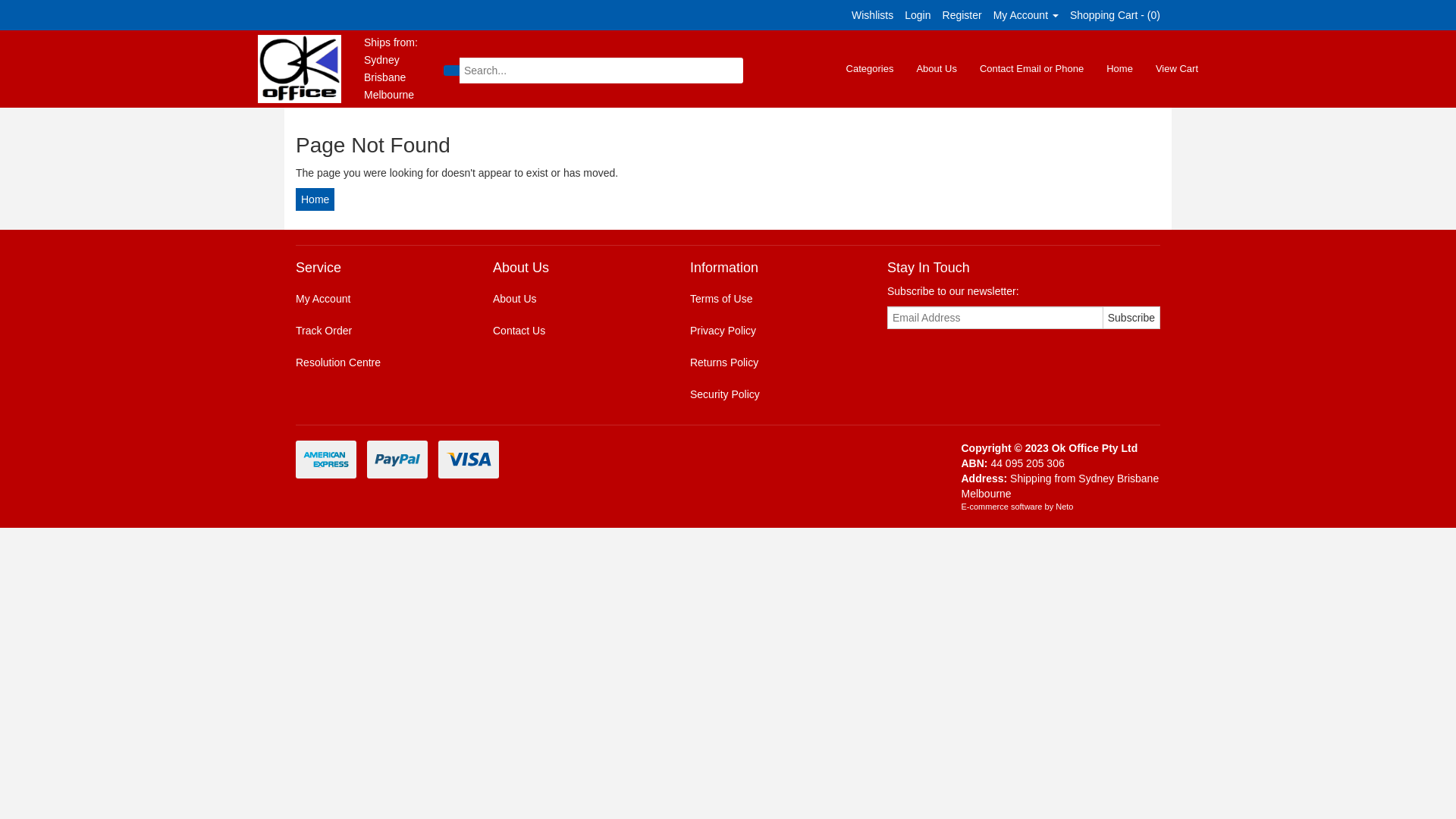  What do you see at coordinates (916, 14) in the screenshot?
I see `'Login'` at bounding box center [916, 14].